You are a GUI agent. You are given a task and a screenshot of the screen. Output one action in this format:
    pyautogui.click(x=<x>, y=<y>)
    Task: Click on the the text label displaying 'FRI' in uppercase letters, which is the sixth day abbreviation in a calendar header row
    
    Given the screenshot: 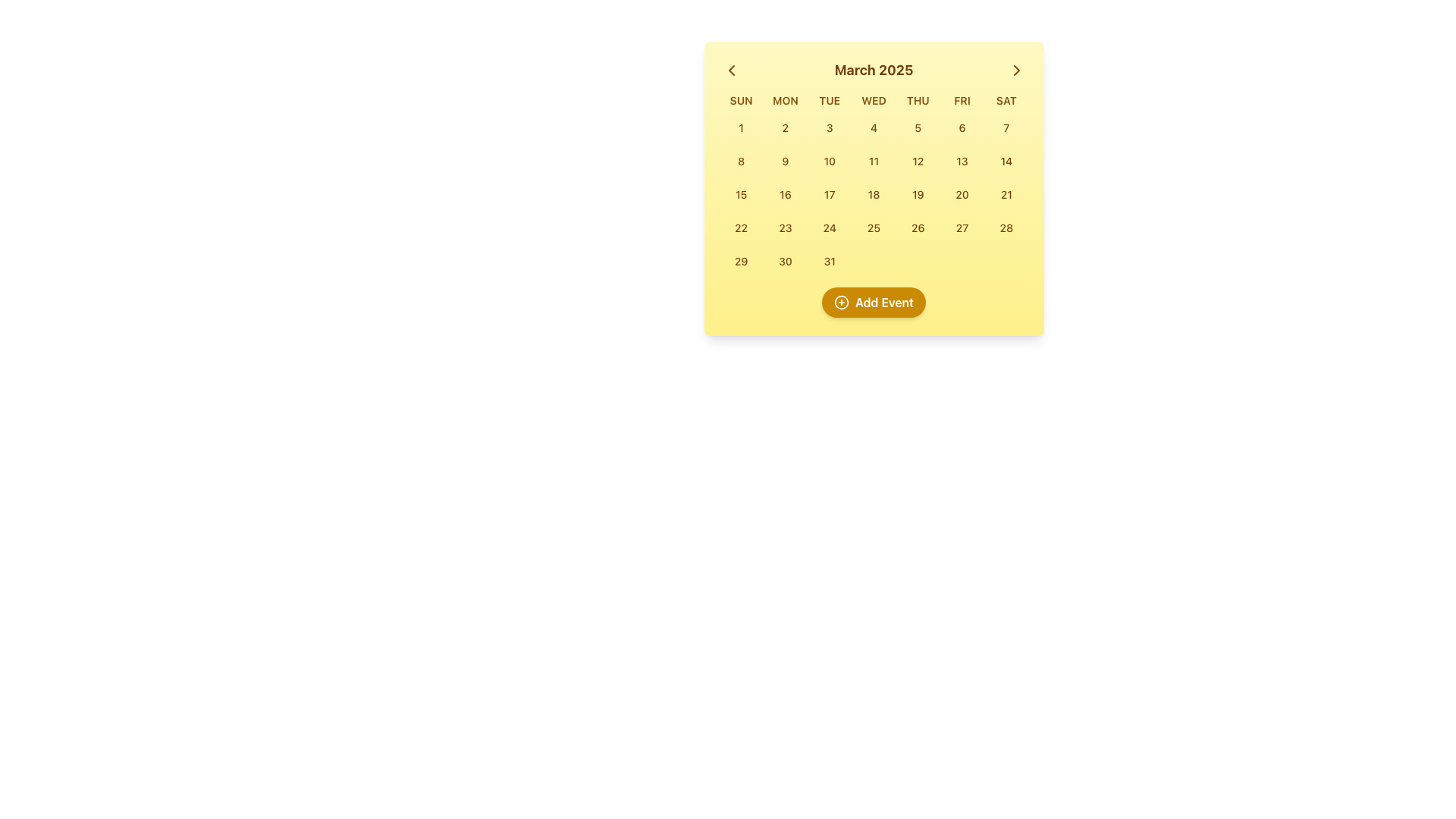 What is the action you would take?
    pyautogui.click(x=962, y=100)
    